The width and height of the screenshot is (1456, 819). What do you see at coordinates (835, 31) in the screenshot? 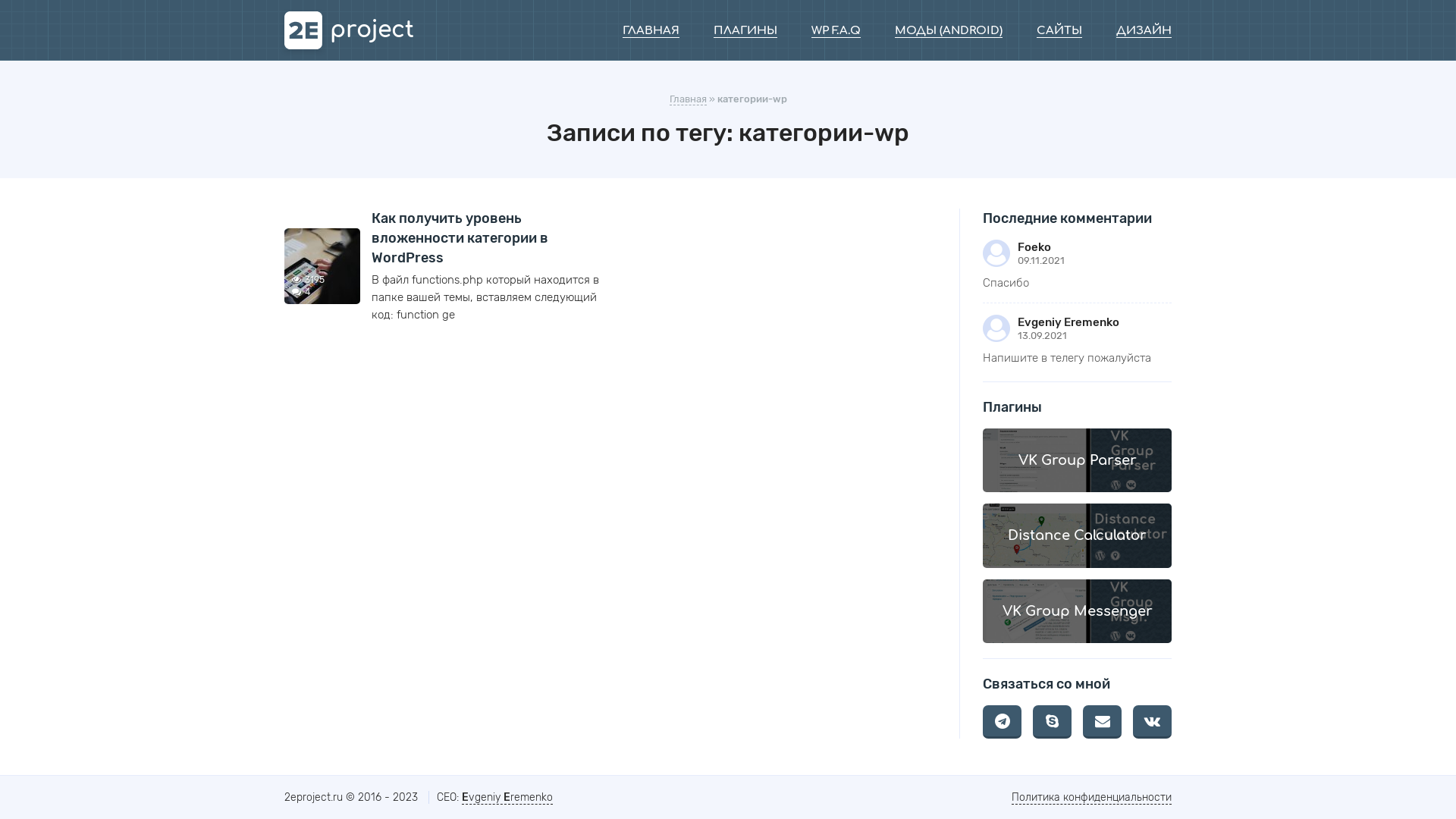
I see `'WP F.A.Q'` at bounding box center [835, 31].